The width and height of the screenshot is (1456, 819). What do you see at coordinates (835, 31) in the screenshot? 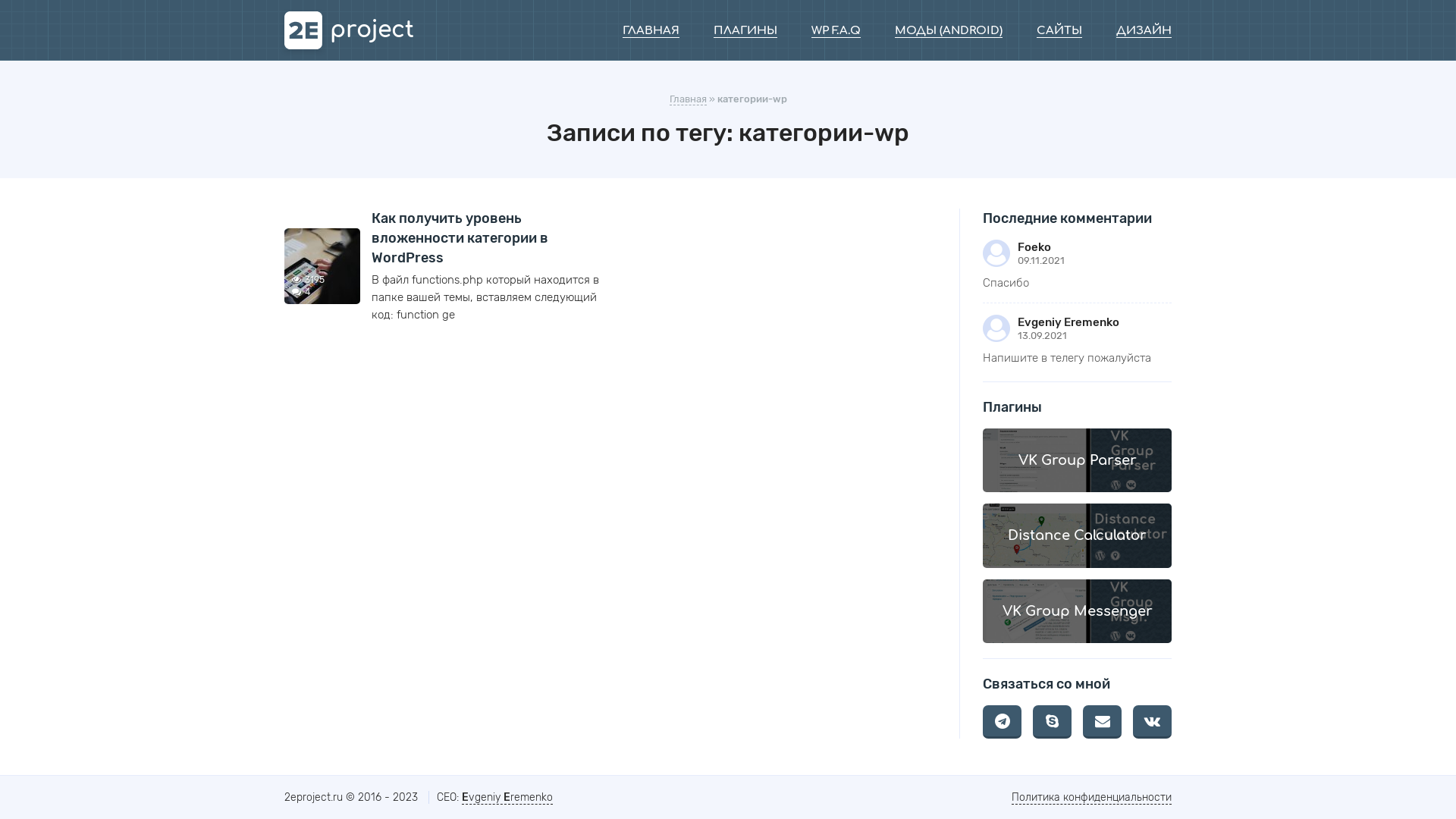
I see `'WP F.A.Q'` at bounding box center [835, 31].